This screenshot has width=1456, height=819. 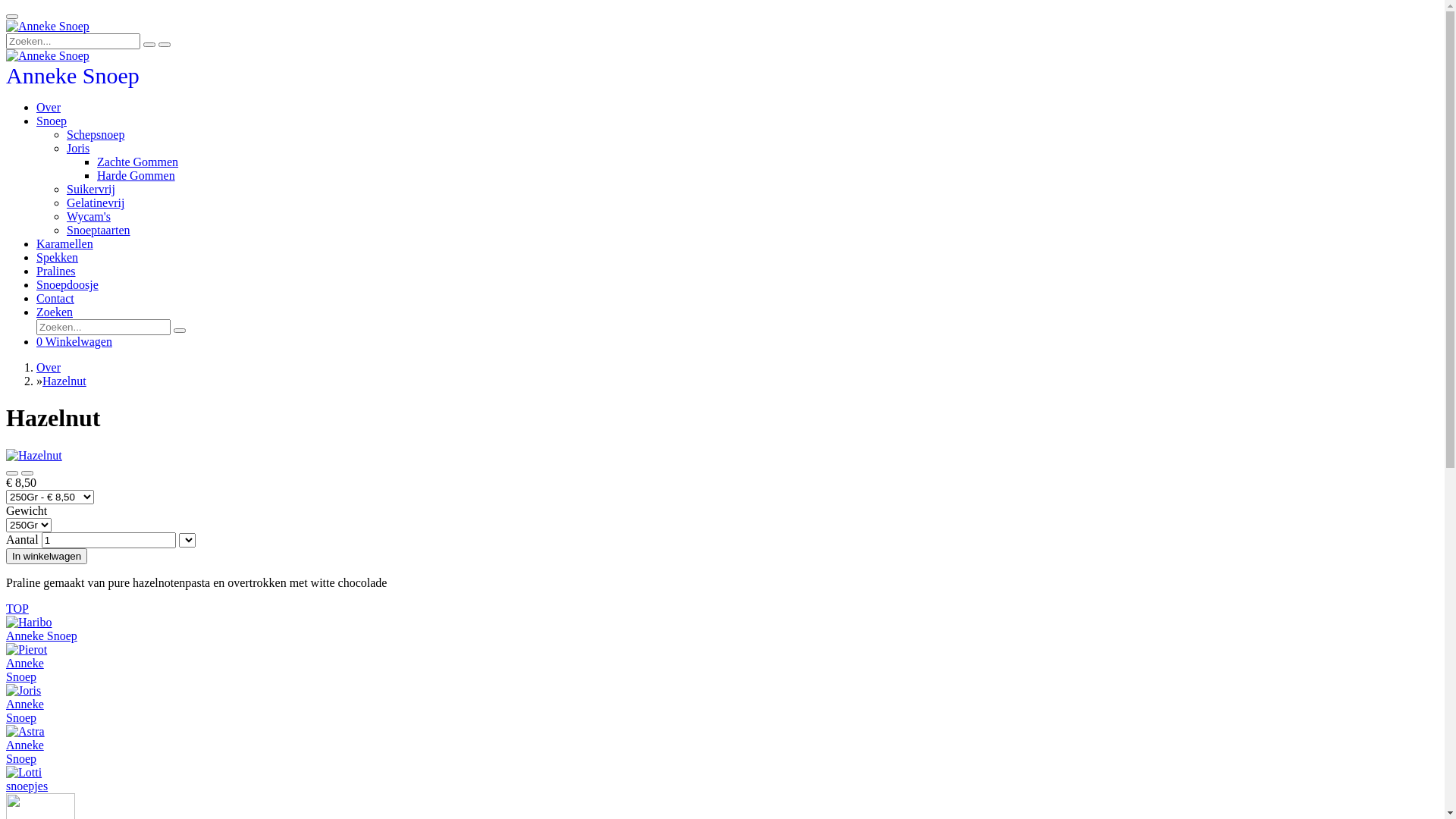 What do you see at coordinates (51, 120) in the screenshot?
I see `'Snoep'` at bounding box center [51, 120].